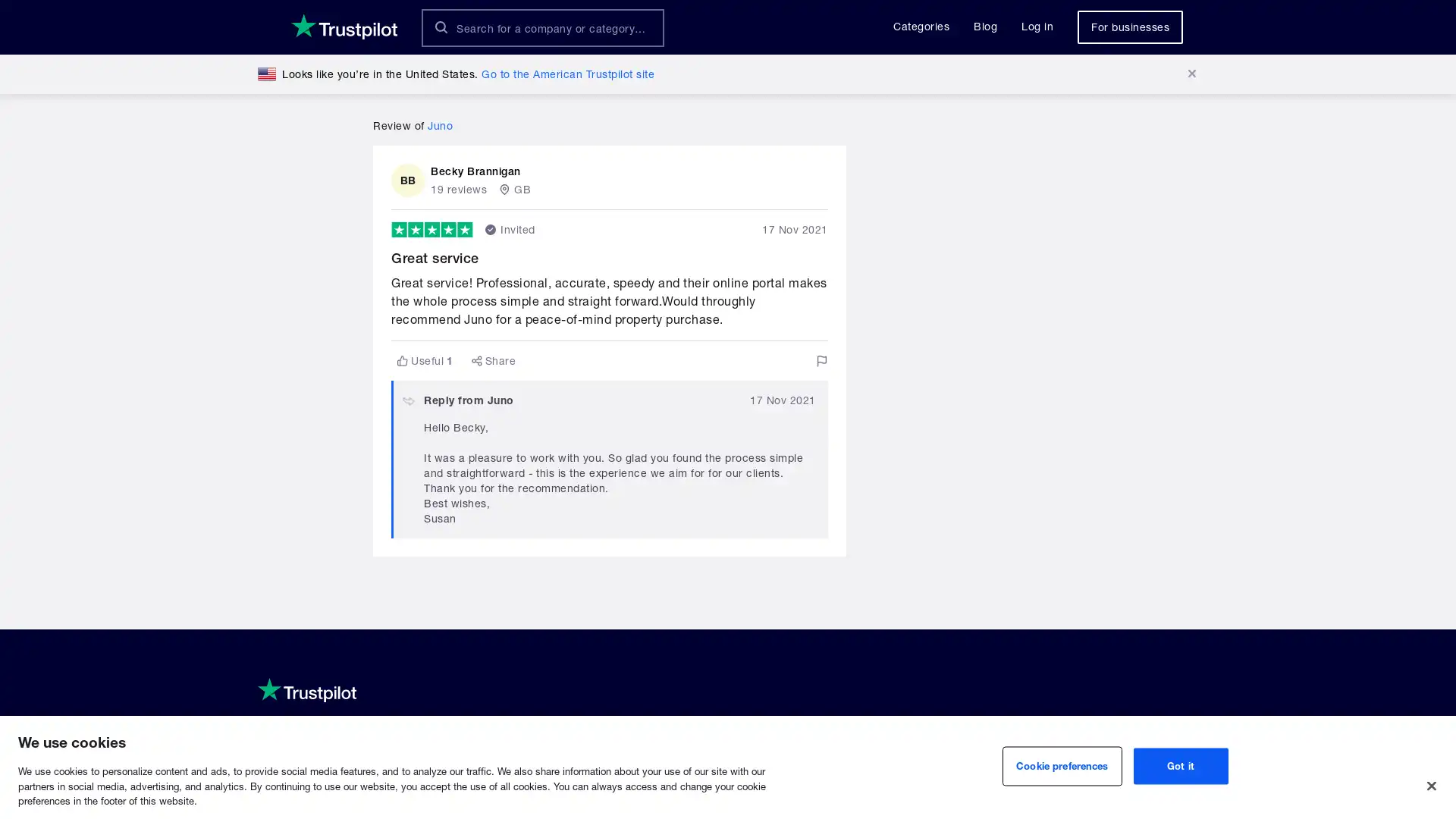  Describe the element at coordinates (493, 360) in the screenshot. I see `Share` at that location.